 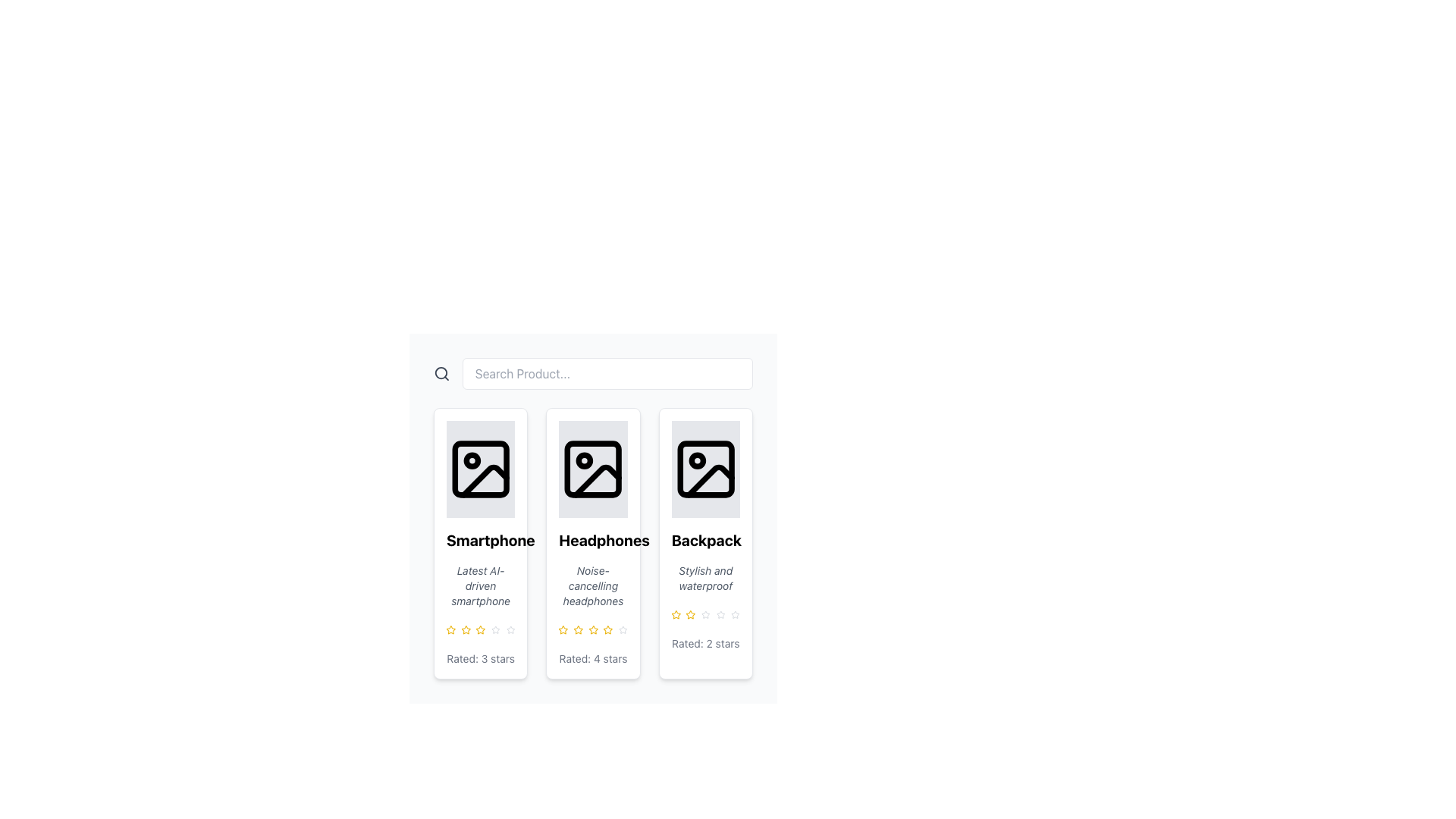 What do you see at coordinates (704, 643) in the screenshot?
I see `the text label displaying 'Rated: 2 stars' located at the bottom of the product card for the item 'Backpack'` at bounding box center [704, 643].